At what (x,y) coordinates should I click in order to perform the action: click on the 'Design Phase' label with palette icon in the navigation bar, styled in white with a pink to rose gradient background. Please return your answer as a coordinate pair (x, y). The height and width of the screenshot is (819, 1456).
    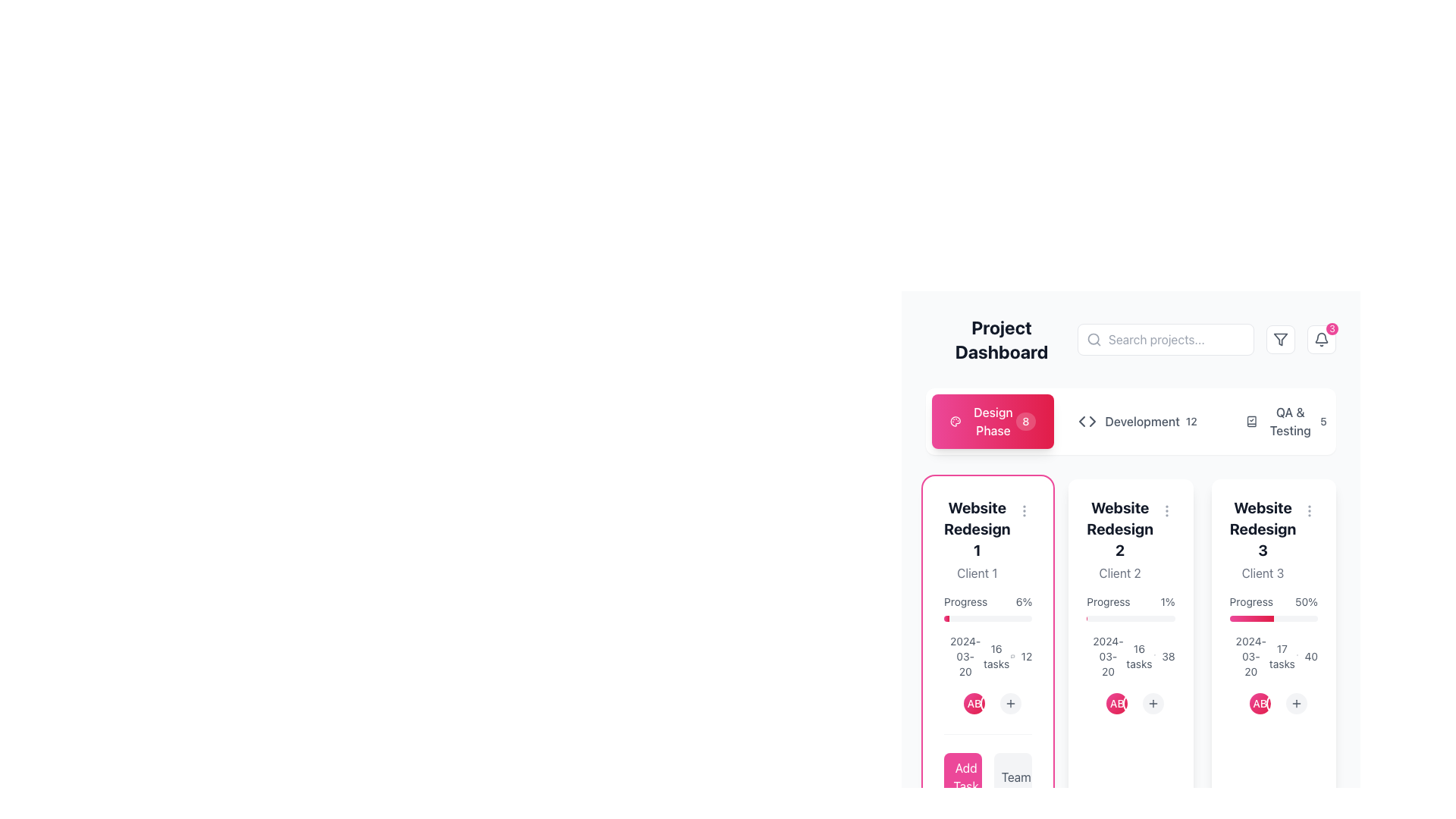
    Looking at the image, I should click on (983, 421).